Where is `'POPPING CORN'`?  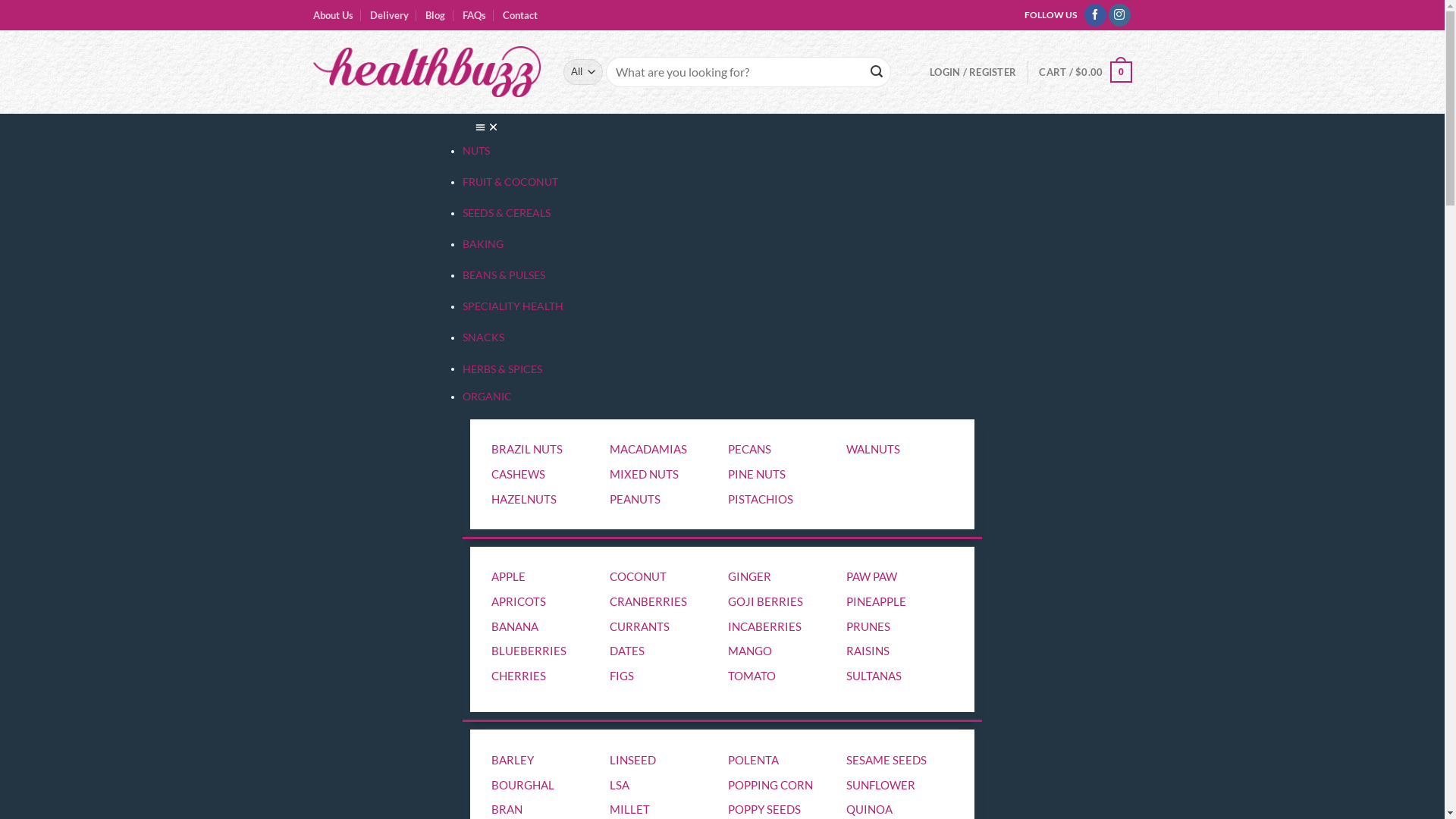
'POPPING CORN' is located at coordinates (770, 784).